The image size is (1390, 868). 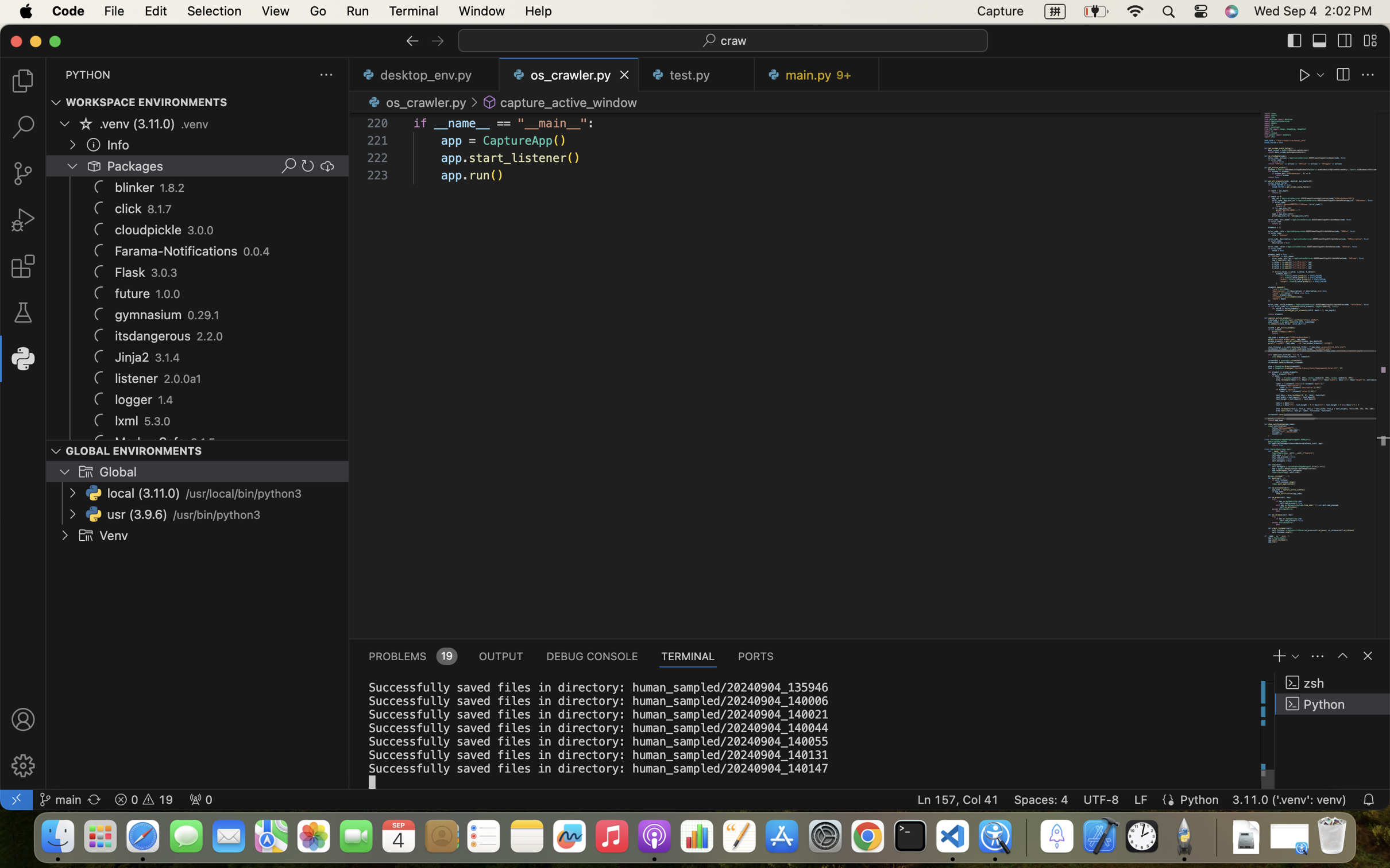 What do you see at coordinates (22, 127) in the screenshot?
I see `''` at bounding box center [22, 127].